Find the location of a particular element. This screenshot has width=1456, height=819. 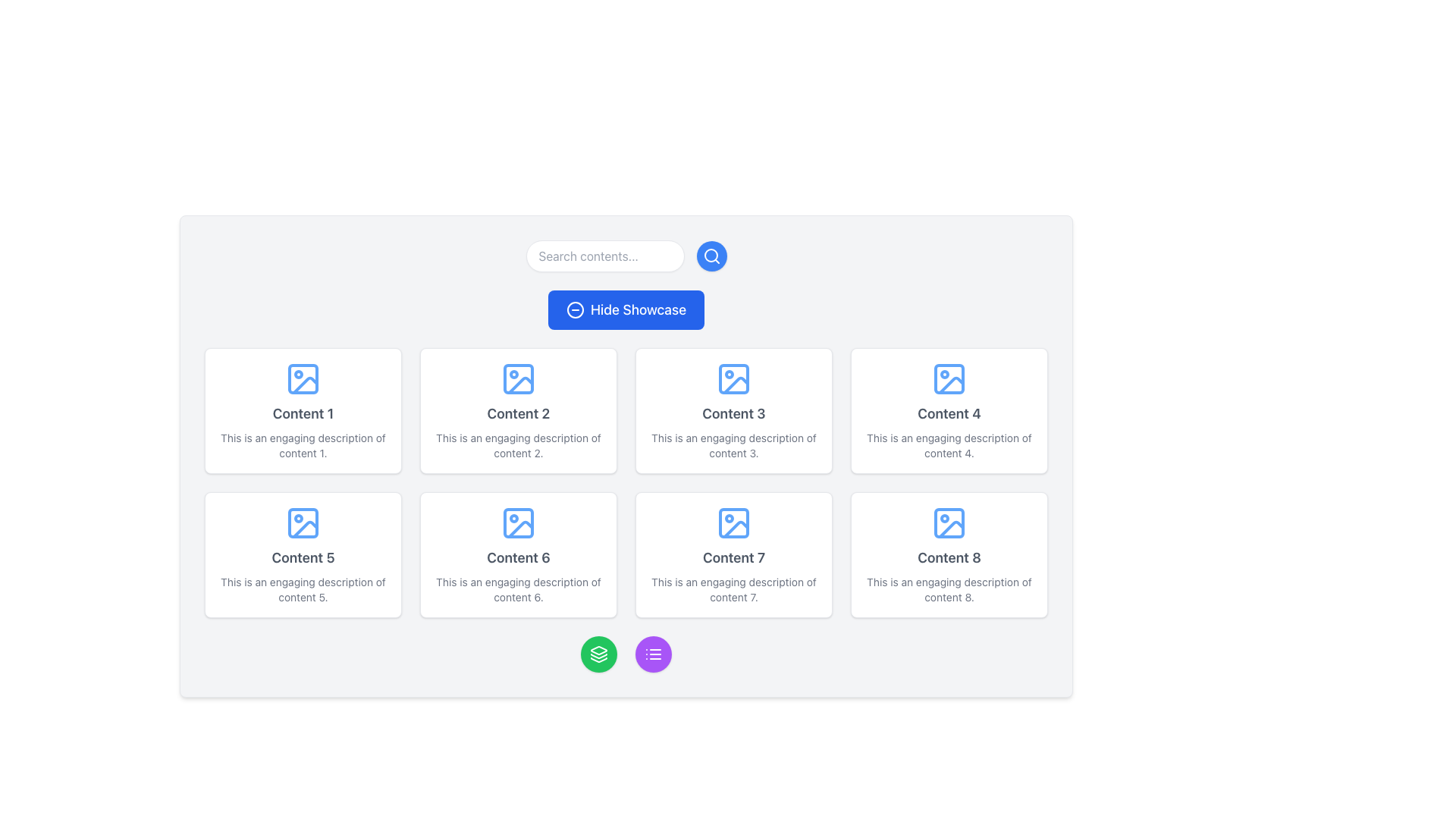

the Content card labeled 'Content 8' located in the fourth column and second row of the grid layout to interact with it is located at coordinates (949, 555).